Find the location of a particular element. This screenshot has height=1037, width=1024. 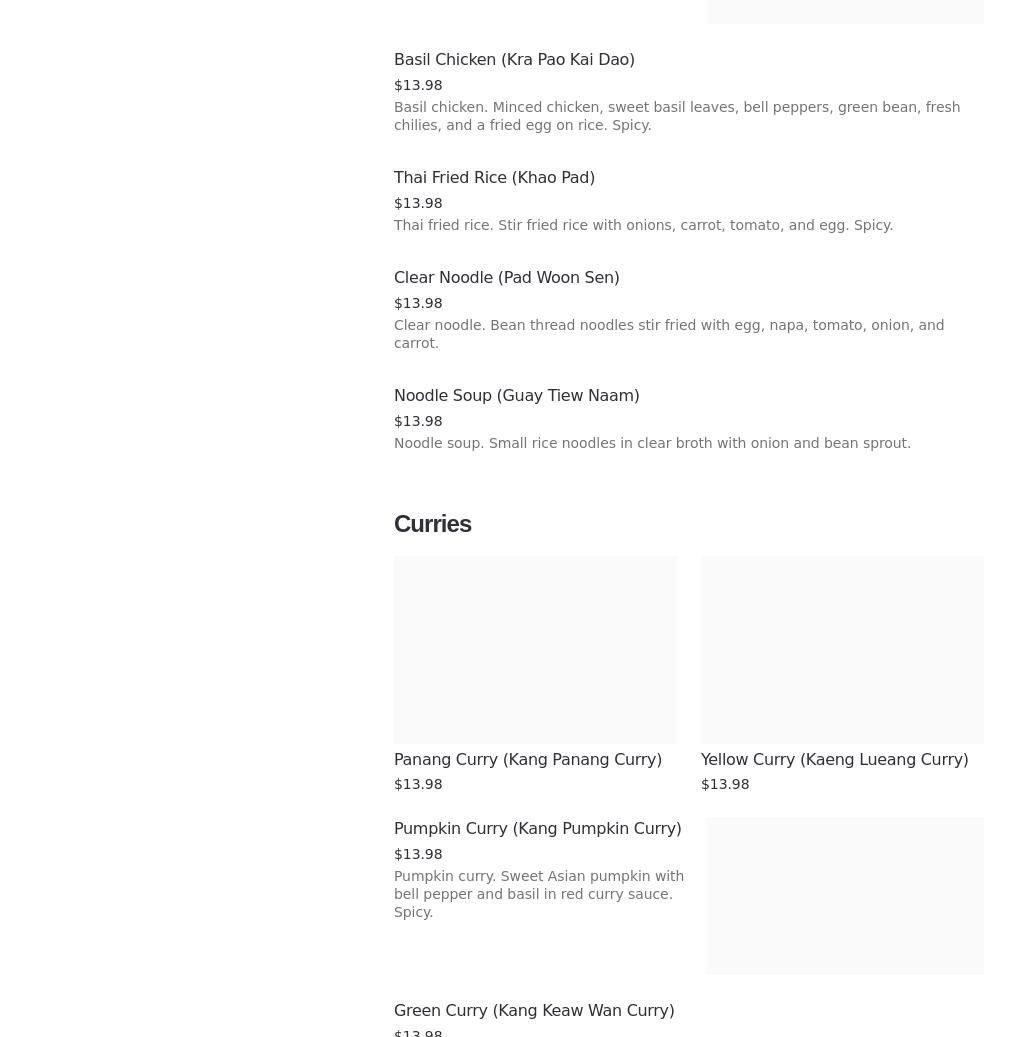

'Green Curry (Kang Keaw Wan Curry)' is located at coordinates (534, 1010).